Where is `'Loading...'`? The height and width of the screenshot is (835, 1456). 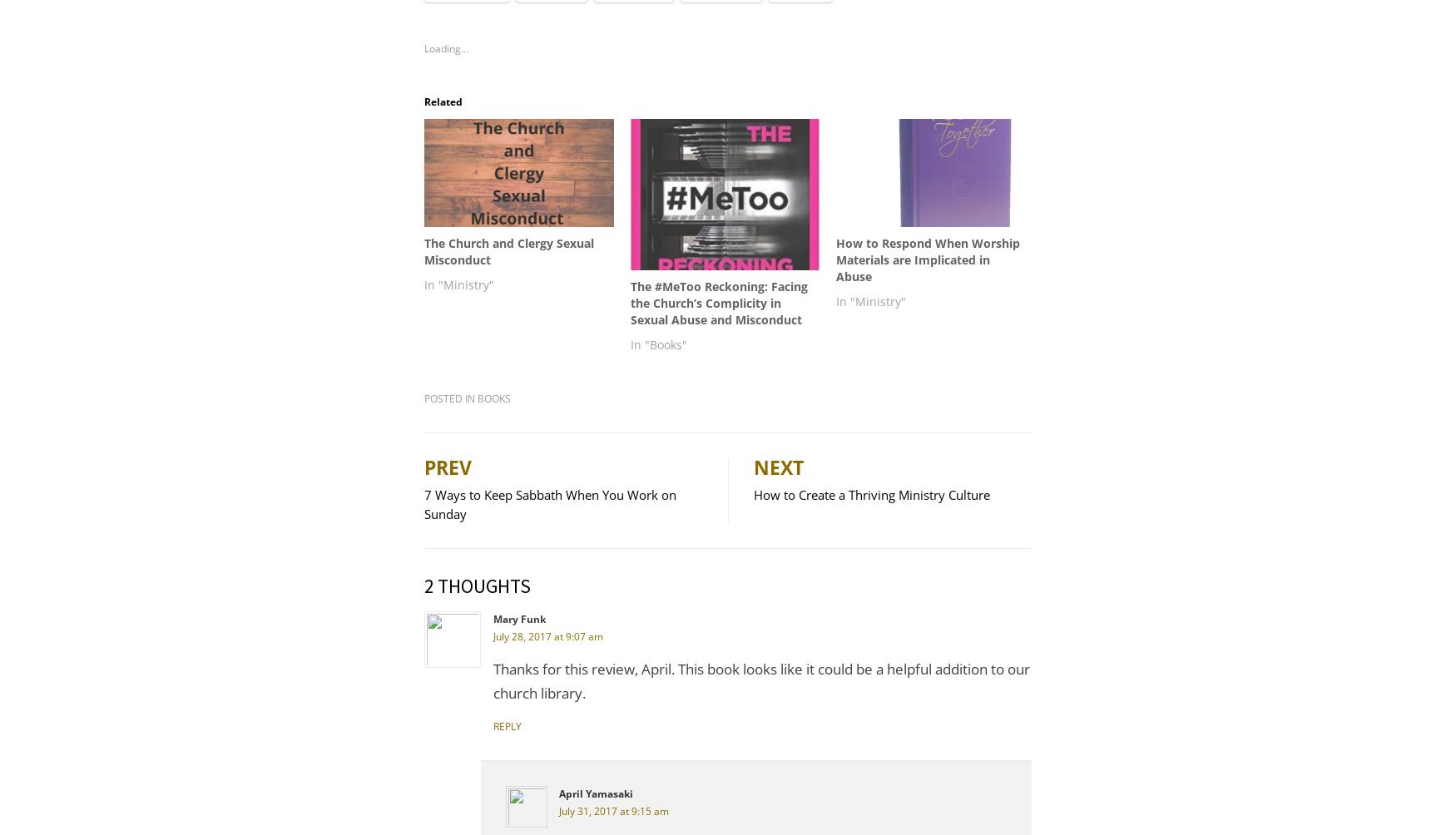 'Loading...' is located at coordinates (423, 48).